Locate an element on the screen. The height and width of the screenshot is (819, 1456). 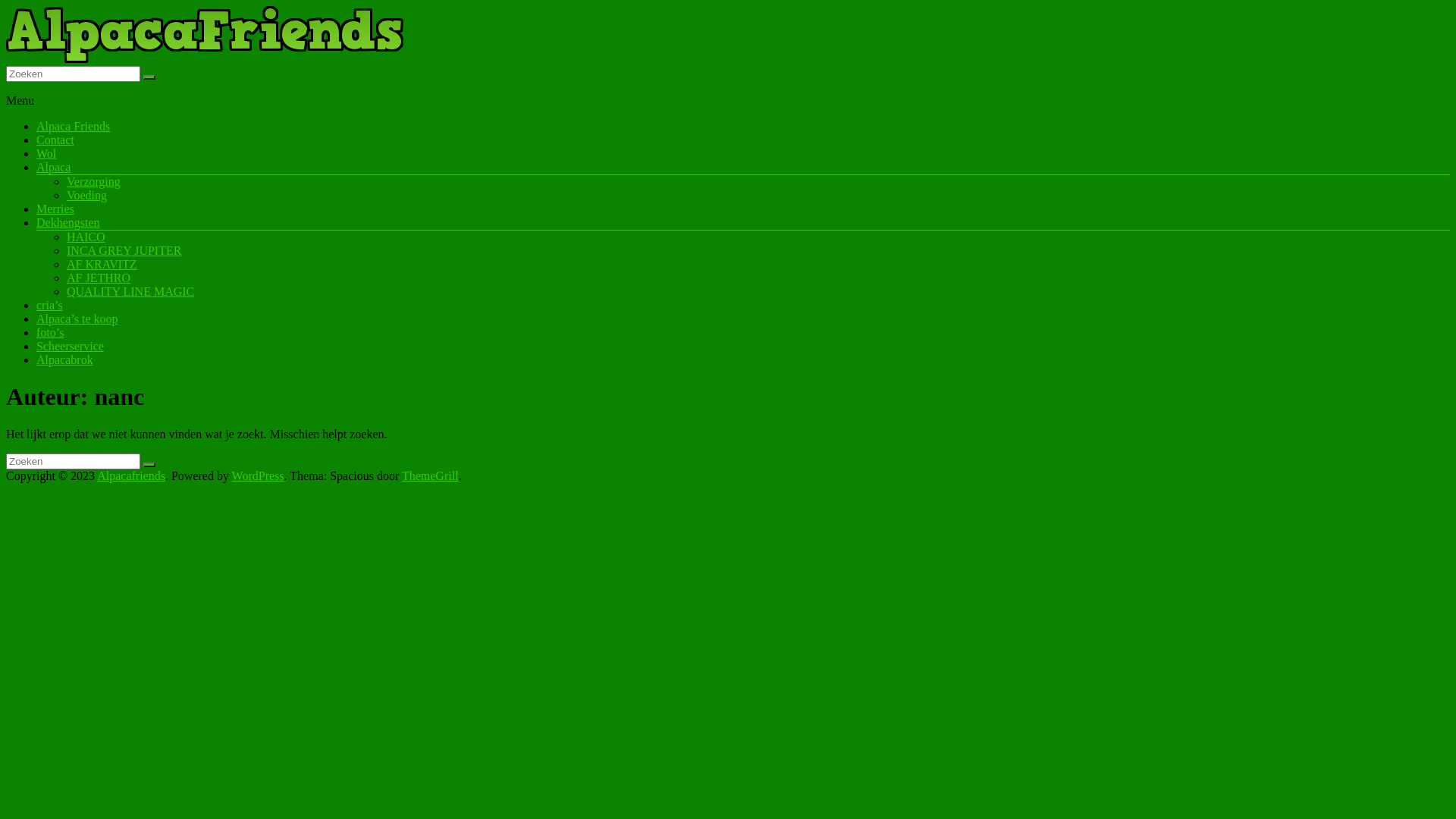
'Alpaca' is located at coordinates (53, 167).